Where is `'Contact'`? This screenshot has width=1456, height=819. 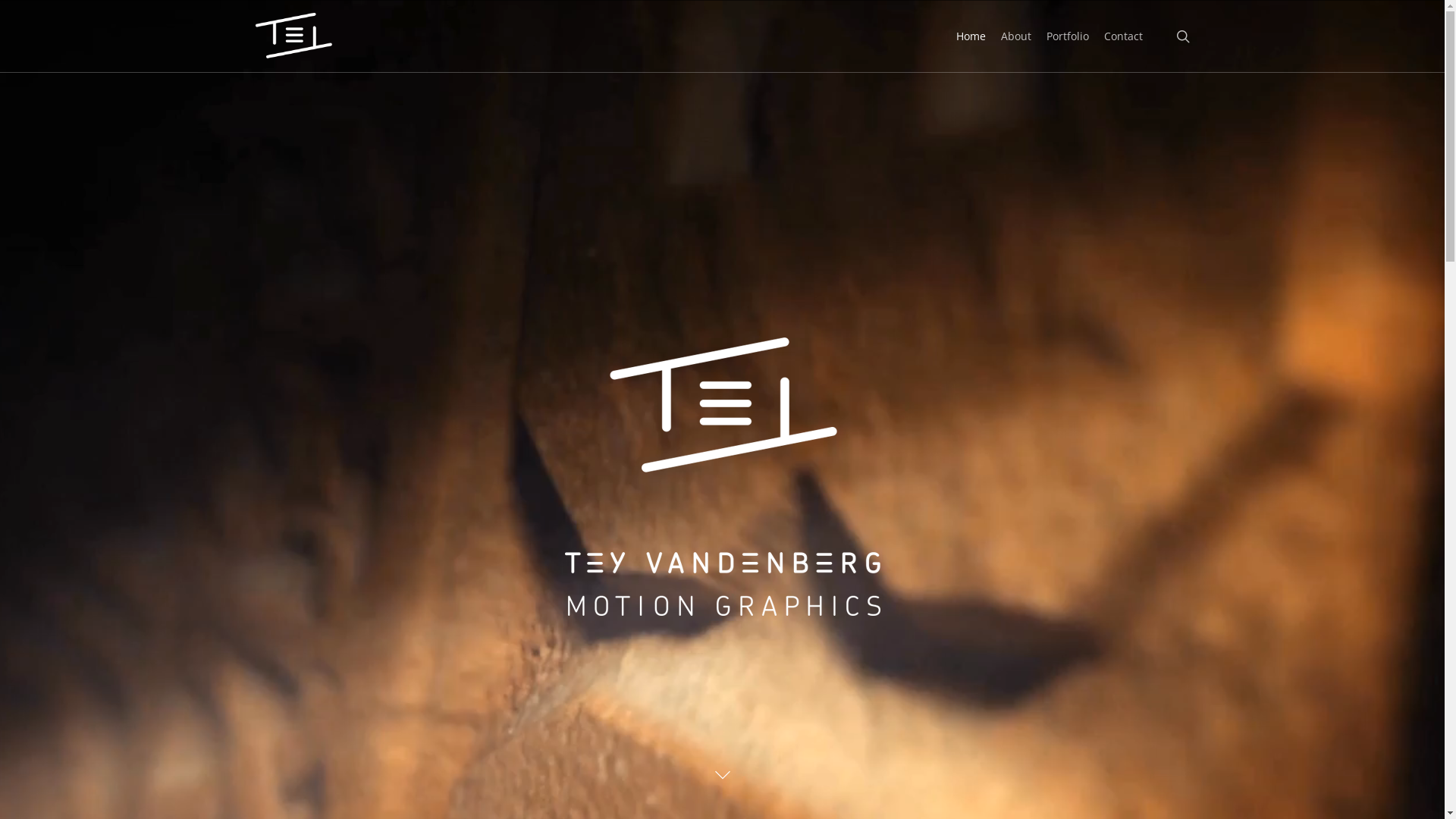
'Contact' is located at coordinates (1123, 35).